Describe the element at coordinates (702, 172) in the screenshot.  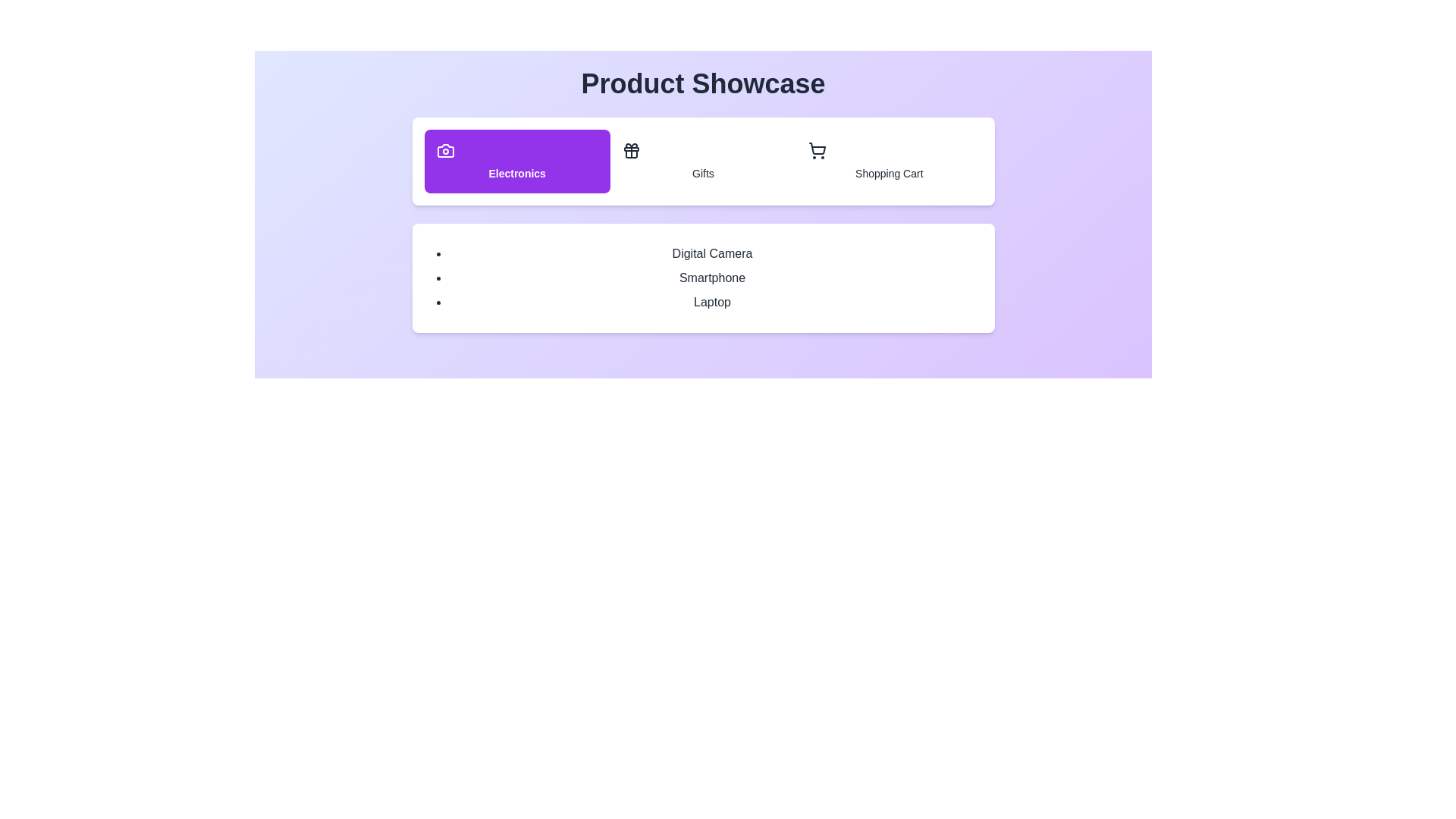
I see `the Text label that describes the functionality related to gifts, located centrally in the navigation bar between the 'Electronics' and 'Shopping Cart' buttons` at that location.